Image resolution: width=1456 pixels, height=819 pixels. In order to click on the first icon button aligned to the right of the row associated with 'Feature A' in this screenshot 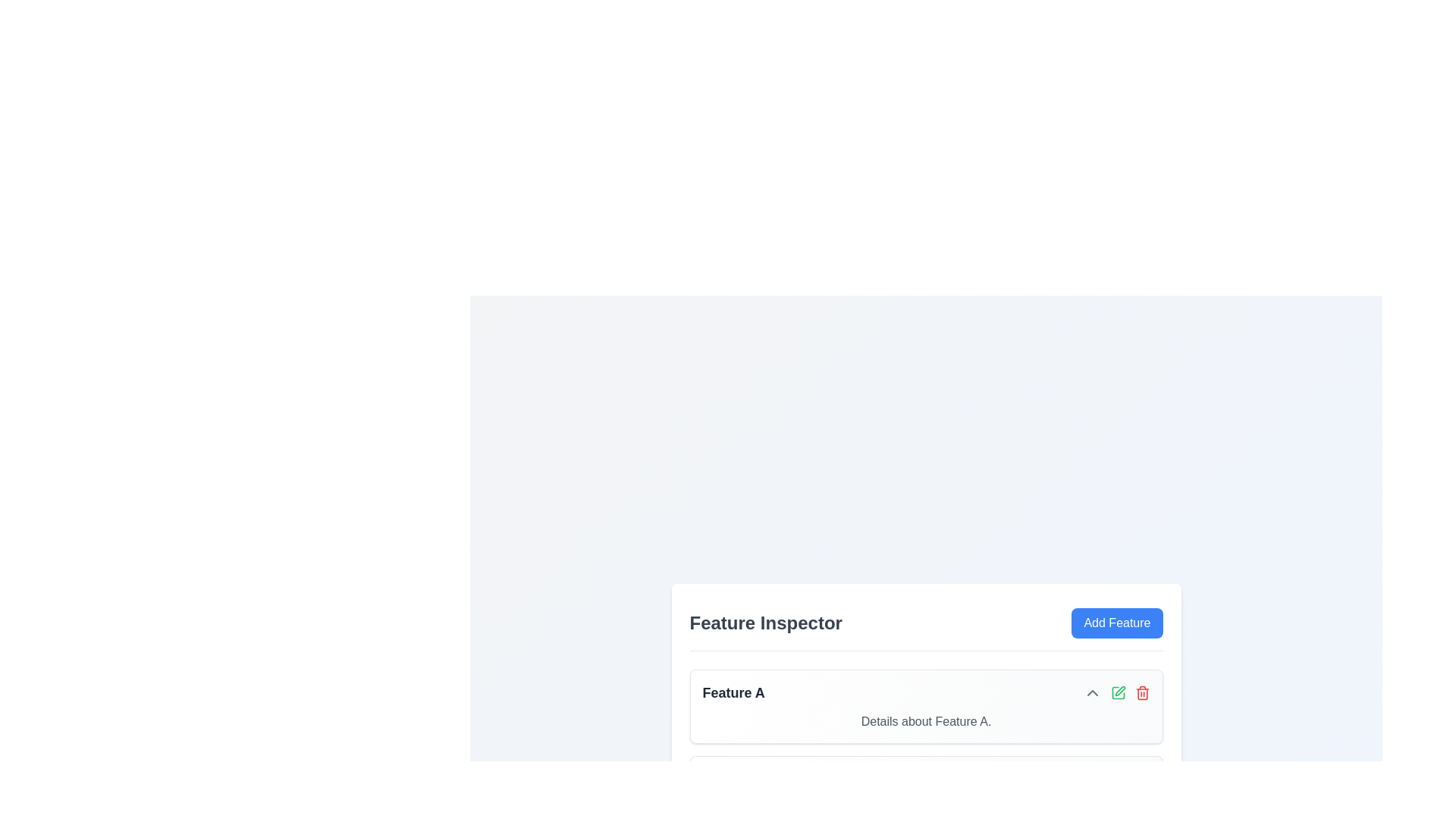, I will do `click(1092, 692)`.